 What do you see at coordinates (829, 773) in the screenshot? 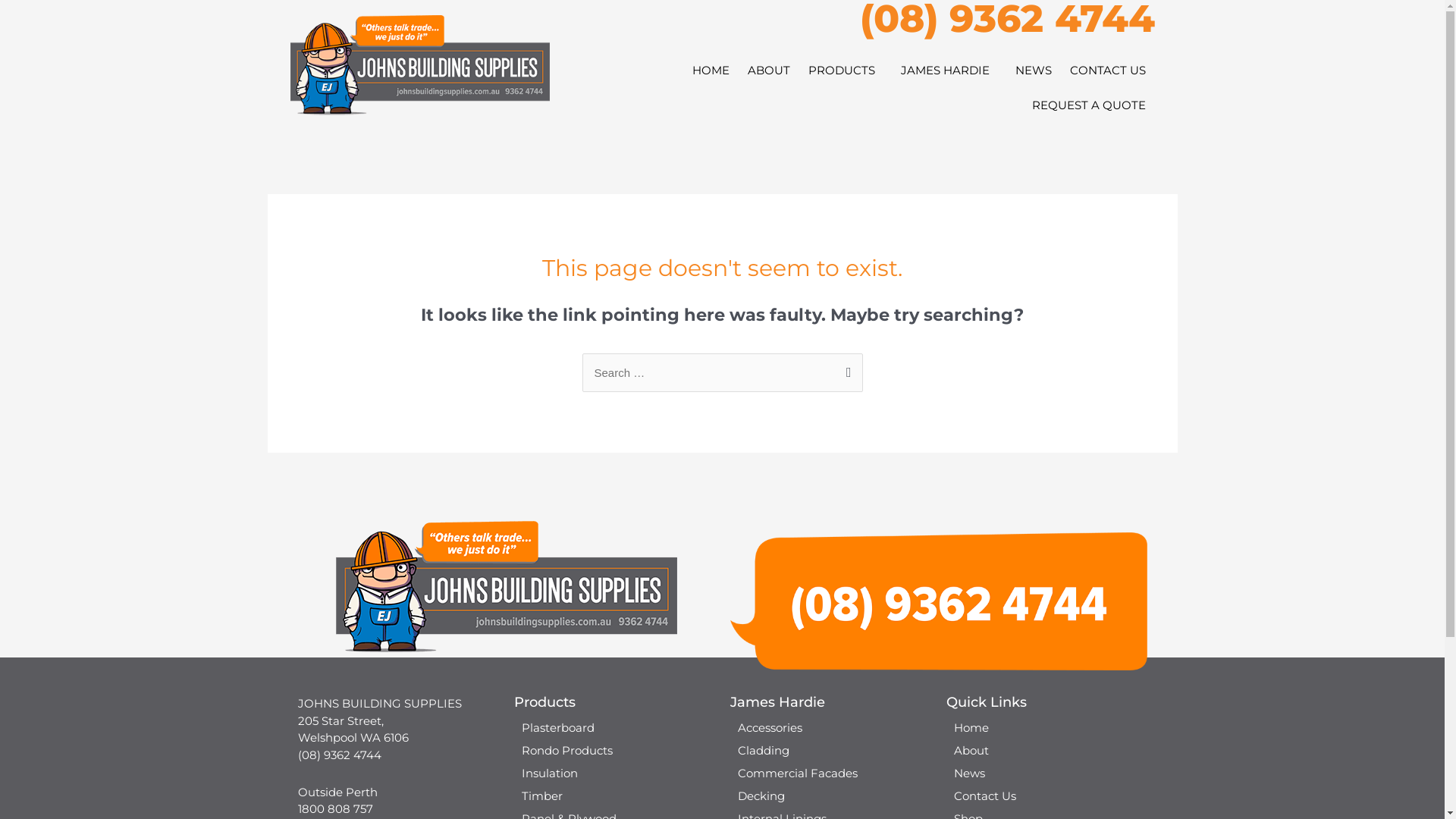
I see `'Commercial Facades'` at bounding box center [829, 773].